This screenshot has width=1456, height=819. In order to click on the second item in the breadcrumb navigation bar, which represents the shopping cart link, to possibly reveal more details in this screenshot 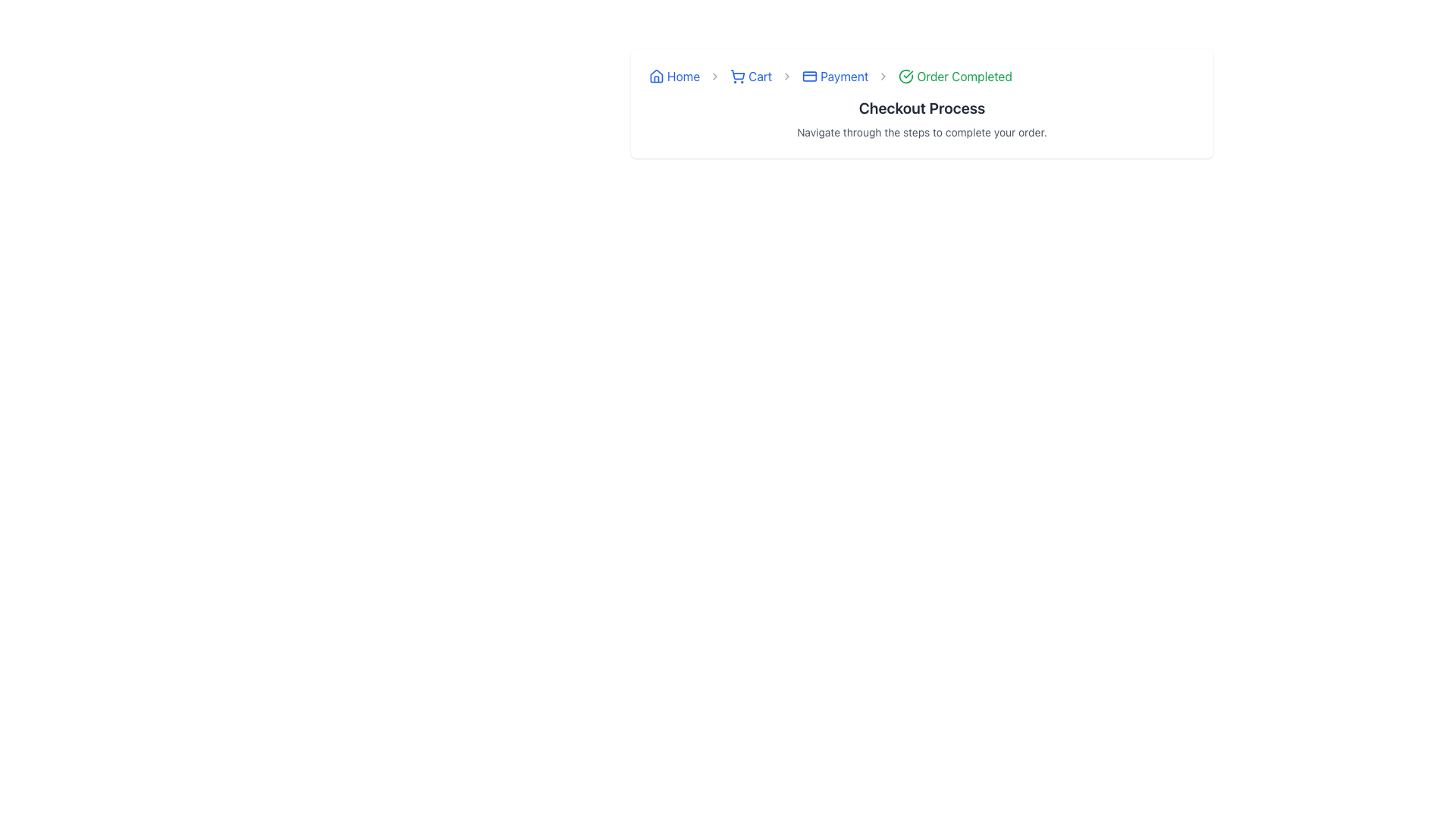, I will do `click(751, 76)`.